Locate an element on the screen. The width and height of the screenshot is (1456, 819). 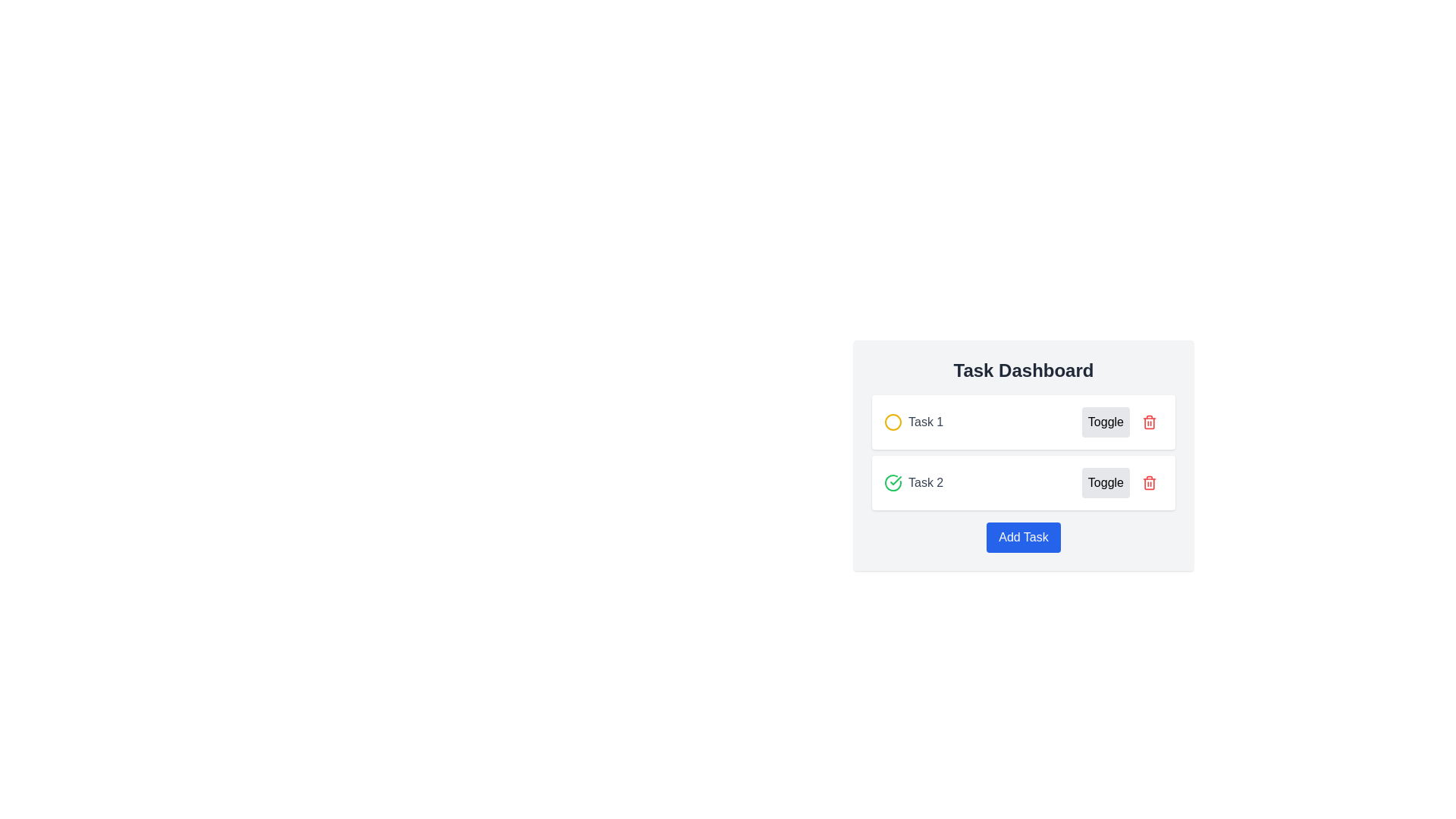
the status indicator for 'Task 1', which is located to the left of the task description text is located at coordinates (893, 422).